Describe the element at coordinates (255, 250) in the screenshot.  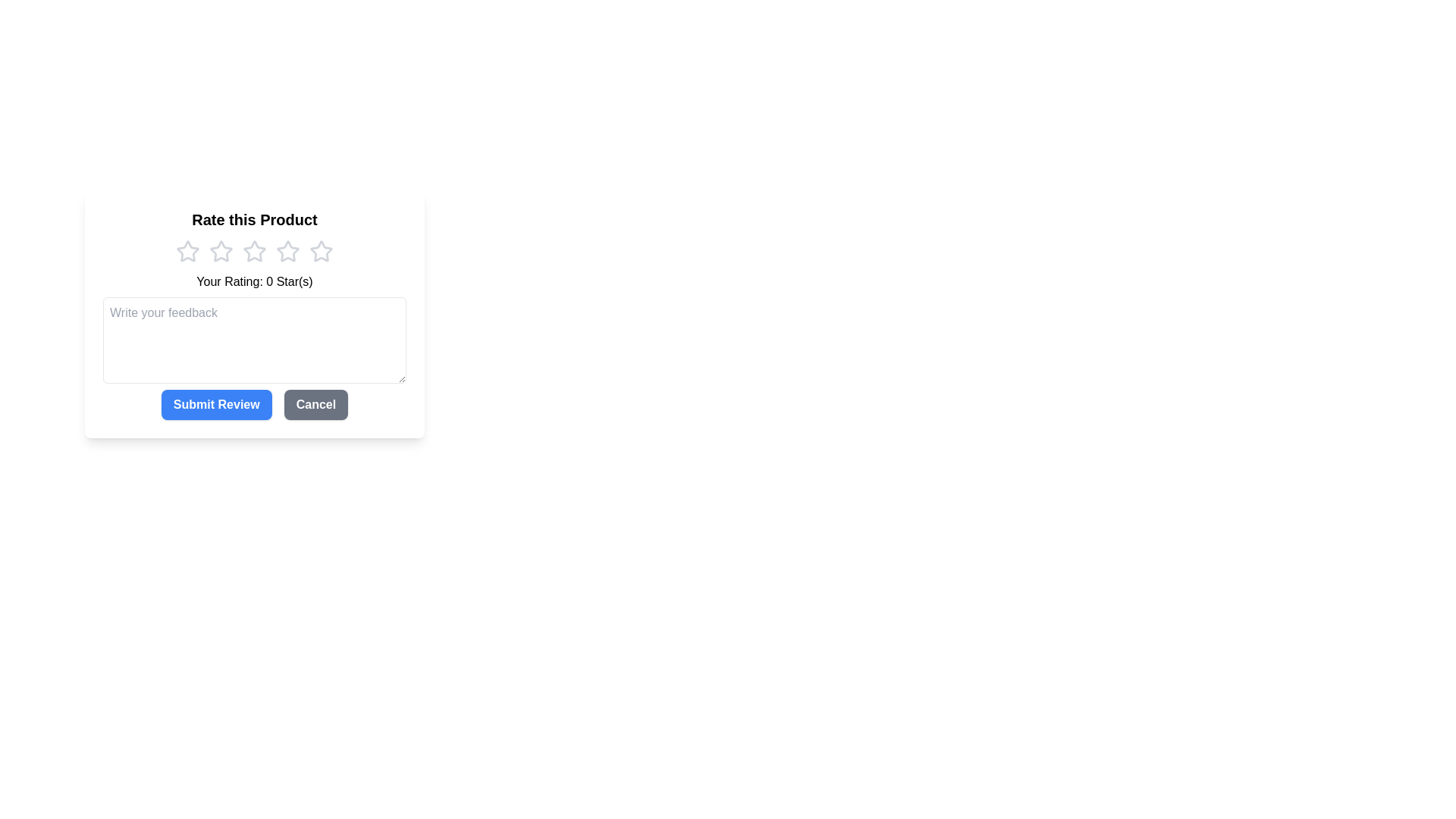
I see `the third star icon in the horizontal arrangement of five stars to set or change the rating` at that location.